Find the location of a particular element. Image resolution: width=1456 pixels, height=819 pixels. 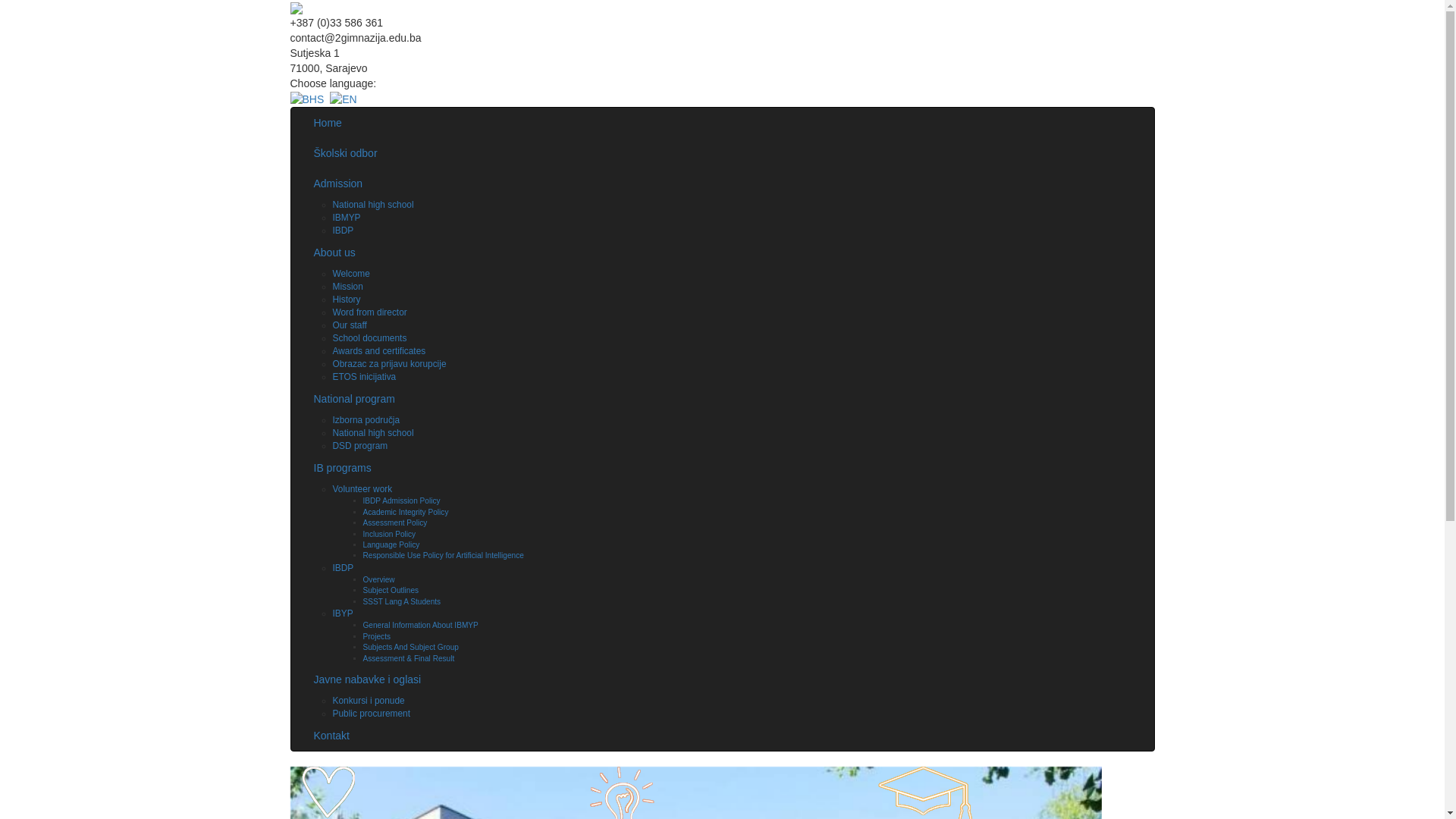

'ETOS inicijativa' is located at coordinates (331, 376).